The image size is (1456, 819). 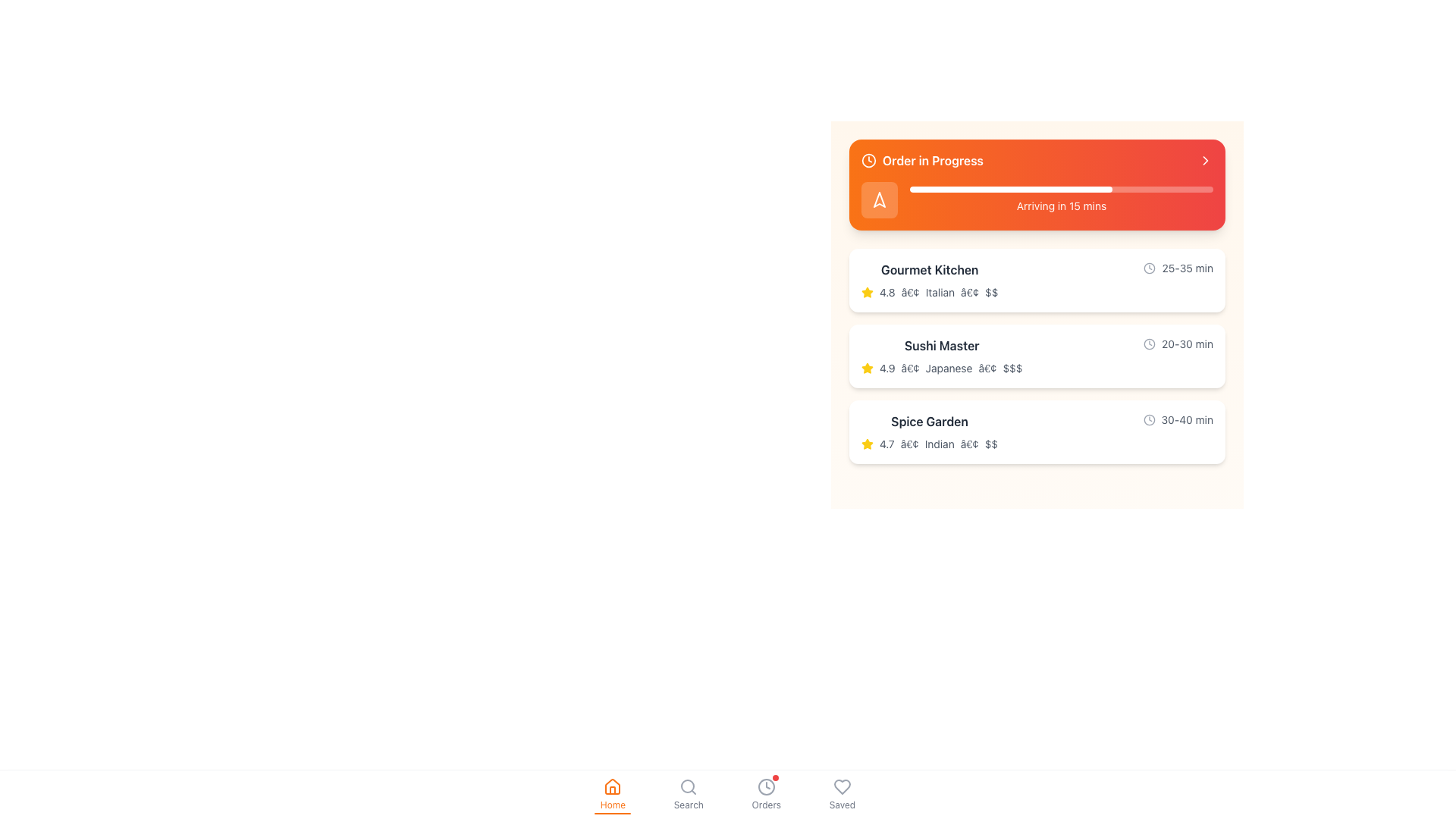 I want to click on the clock icon styled with an outline design, located at the beginning of the 'Order in Progress' section in an orange bar at the top of a card interface, so click(x=869, y=161).